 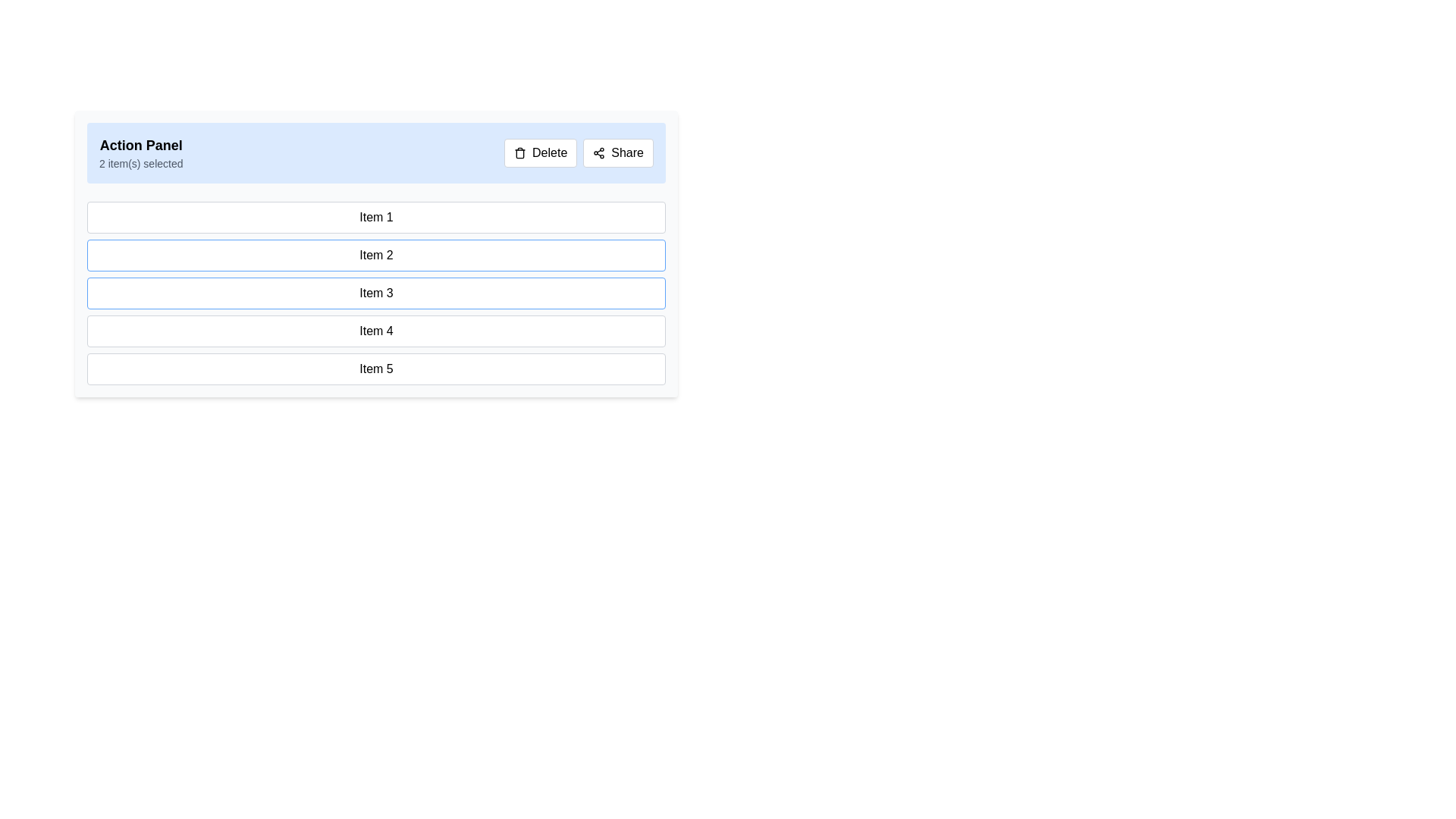 I want to click on the 'Delete' button, which has a white background with a light gray border and a trash bin icon, located, so click(x=541, y=152).